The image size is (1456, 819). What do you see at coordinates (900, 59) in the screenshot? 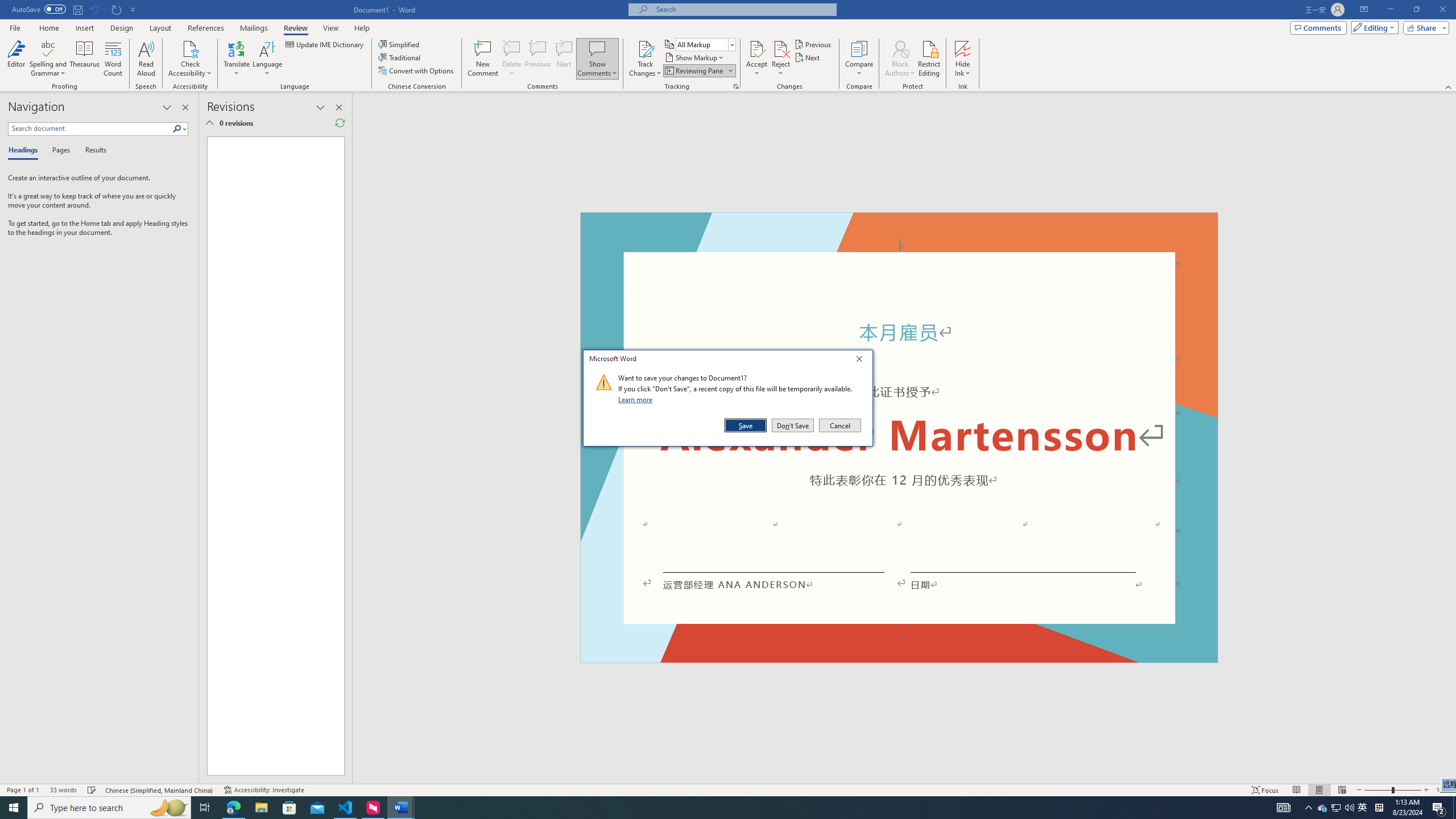
I see `'Block Authors'` at bounding box center [900, 59].